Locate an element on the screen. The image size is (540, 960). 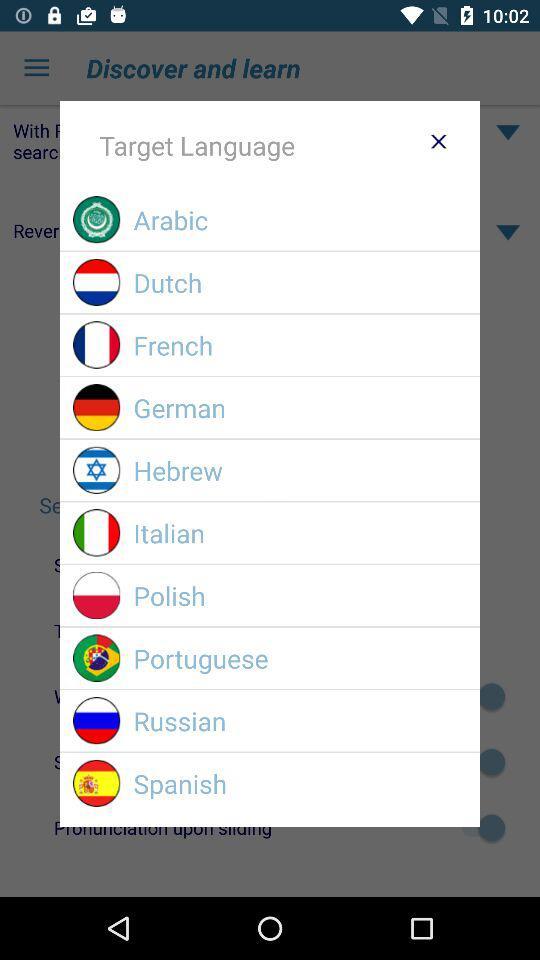
the polish item is located at coordinates (299, 595).